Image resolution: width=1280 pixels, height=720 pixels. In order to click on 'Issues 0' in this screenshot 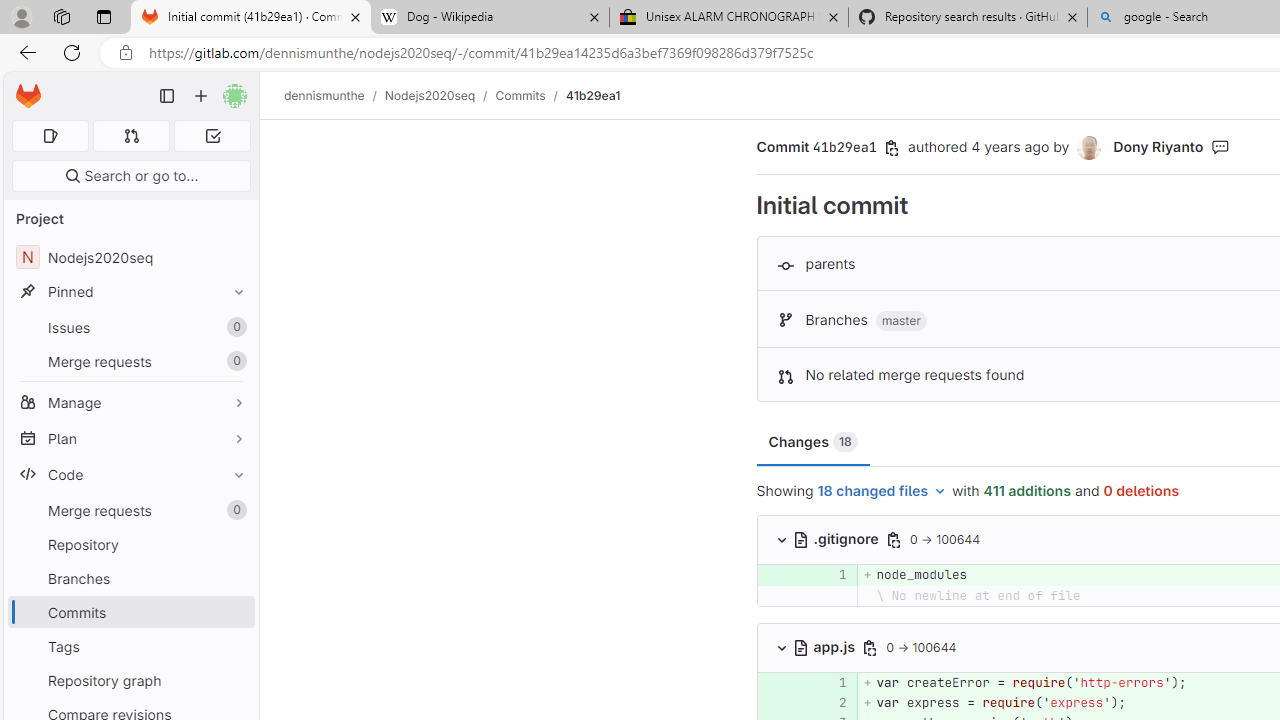, I will do `click(130, 326)`.